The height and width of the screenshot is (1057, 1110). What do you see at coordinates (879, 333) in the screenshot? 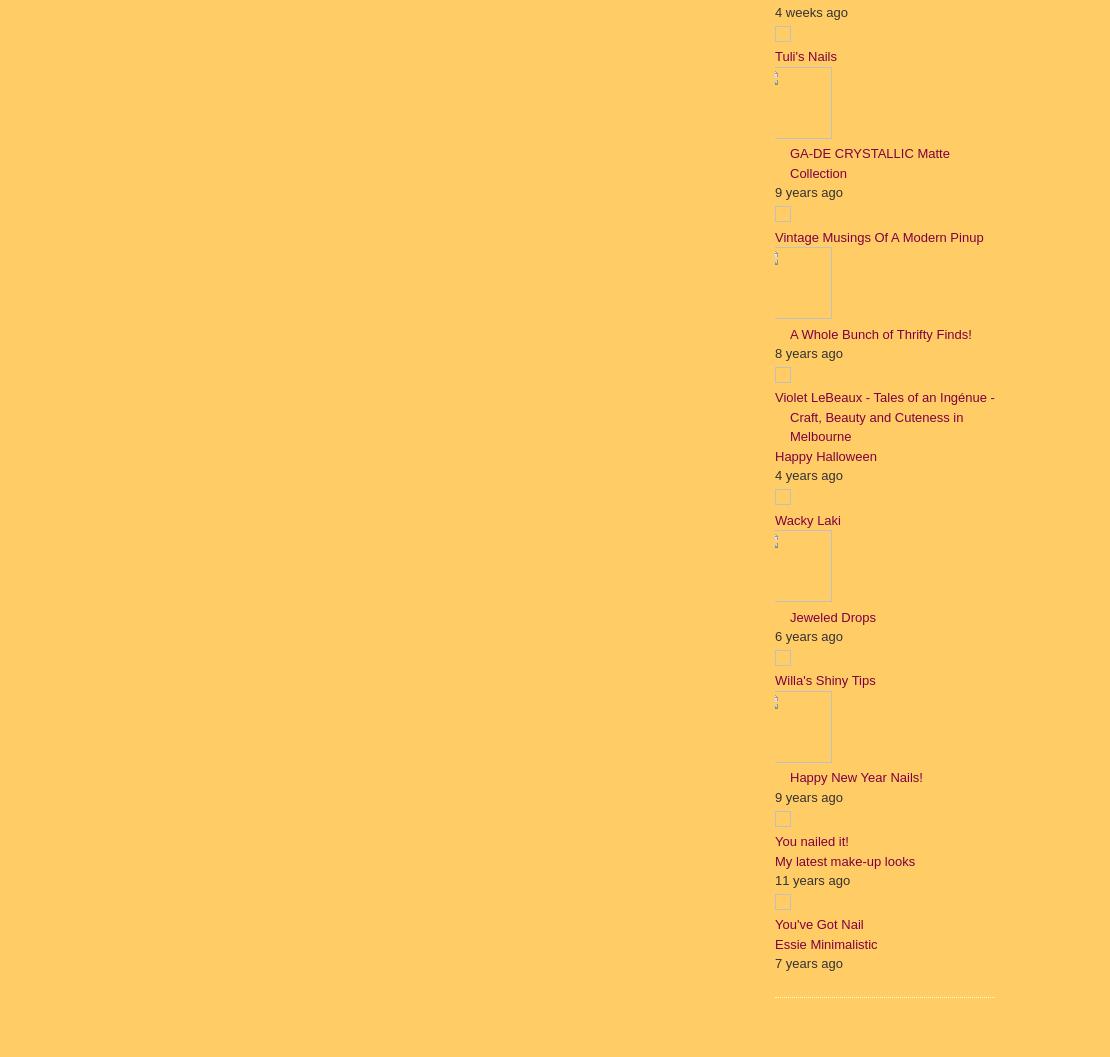
I see `'A Whole Bunch of Thrifty Finds!'` at bounding box center [879, 333].